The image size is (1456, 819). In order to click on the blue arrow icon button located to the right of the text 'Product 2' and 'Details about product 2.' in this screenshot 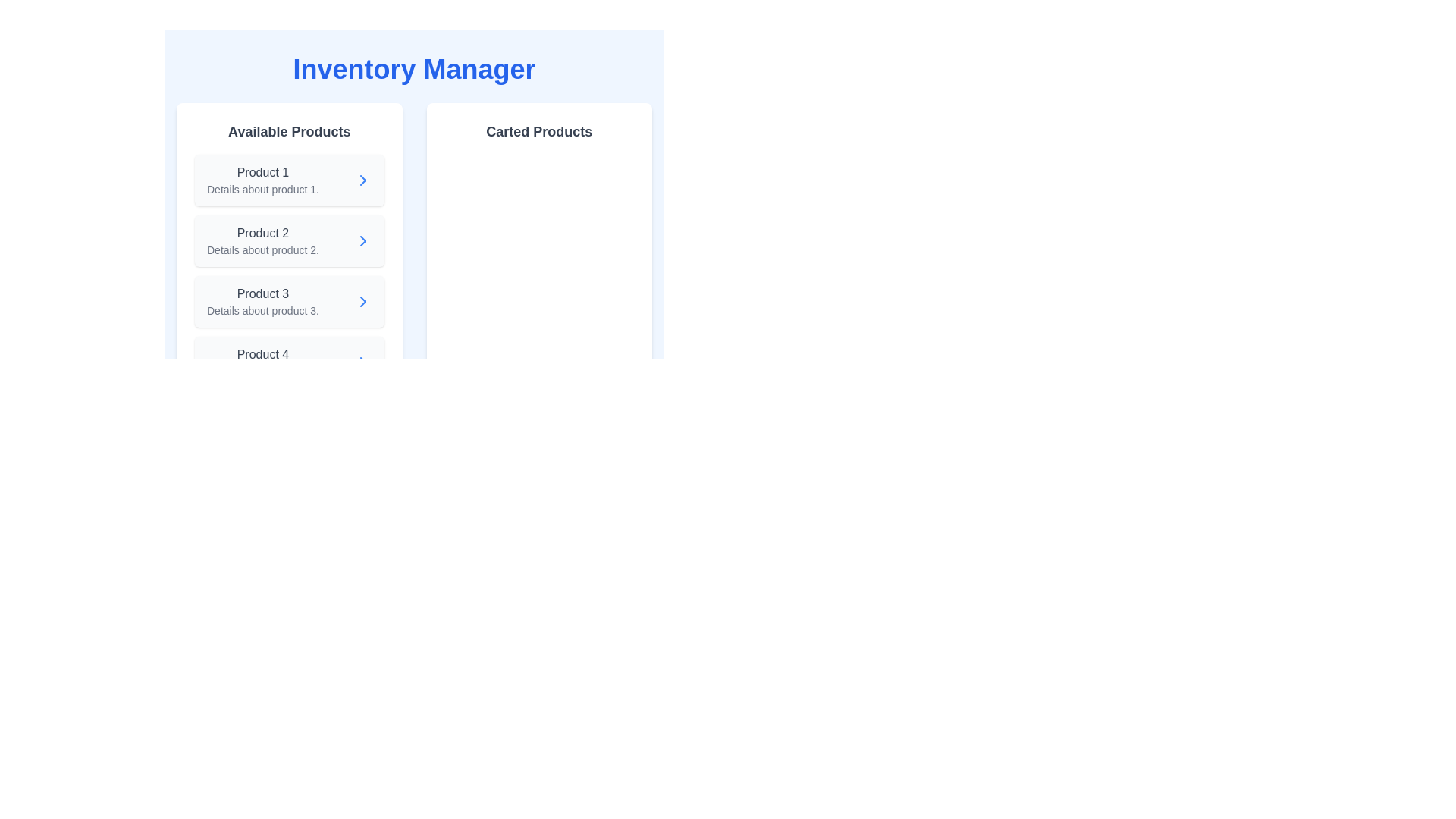, I will do `click(362, 240)`.